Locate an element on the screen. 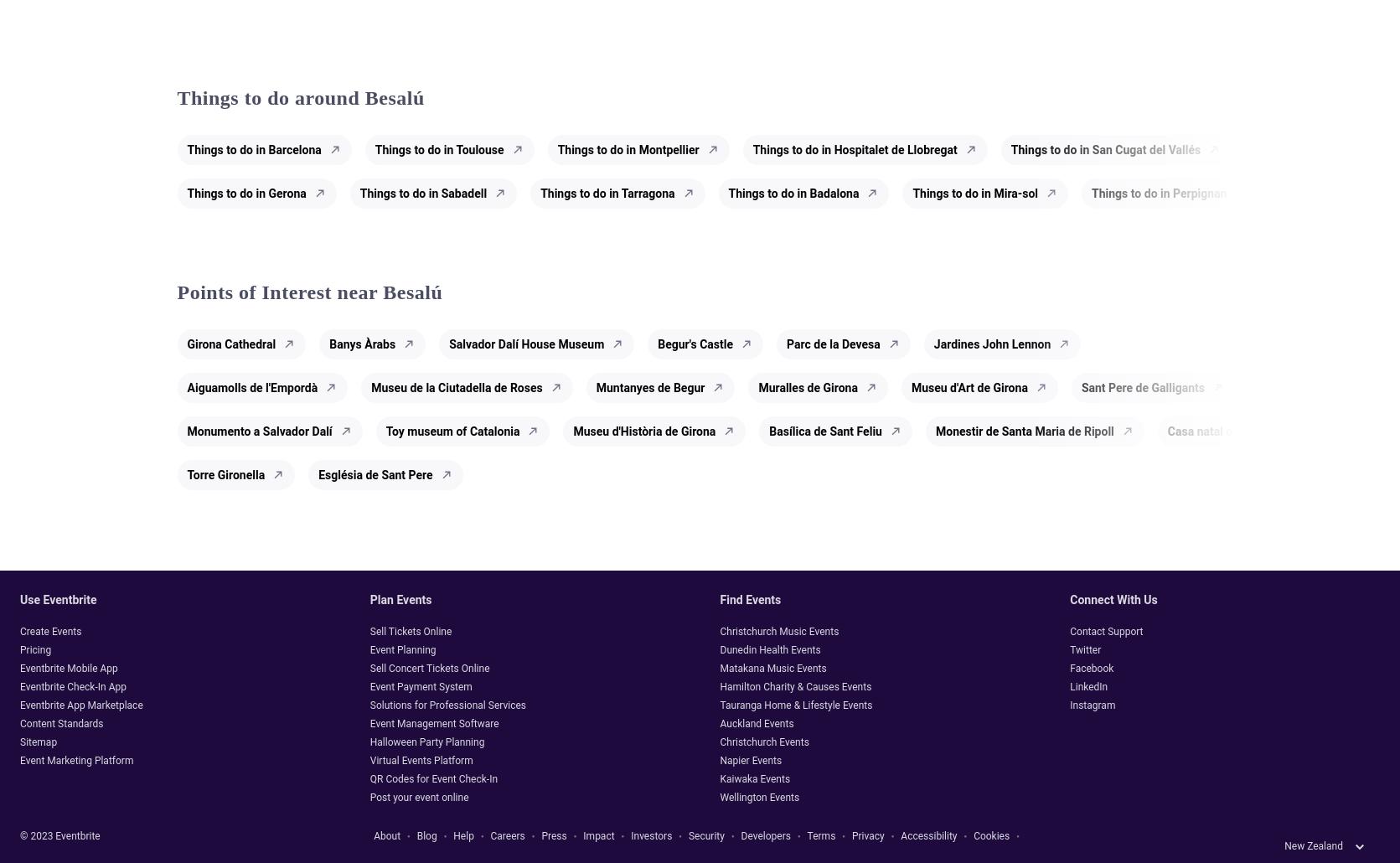  'Solutions for Professional Services' is located at coordinates (447, 703).